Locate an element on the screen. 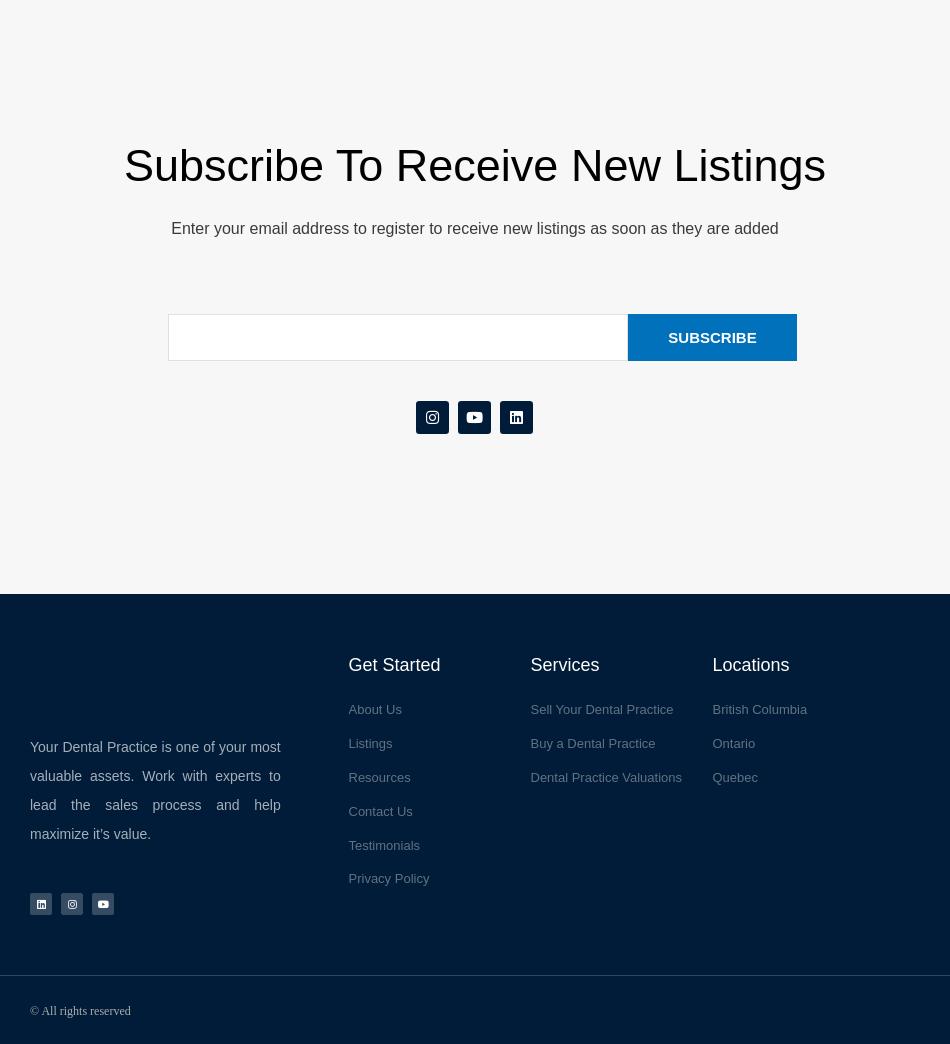  'Ontario' is located at coordinates (732, 743).